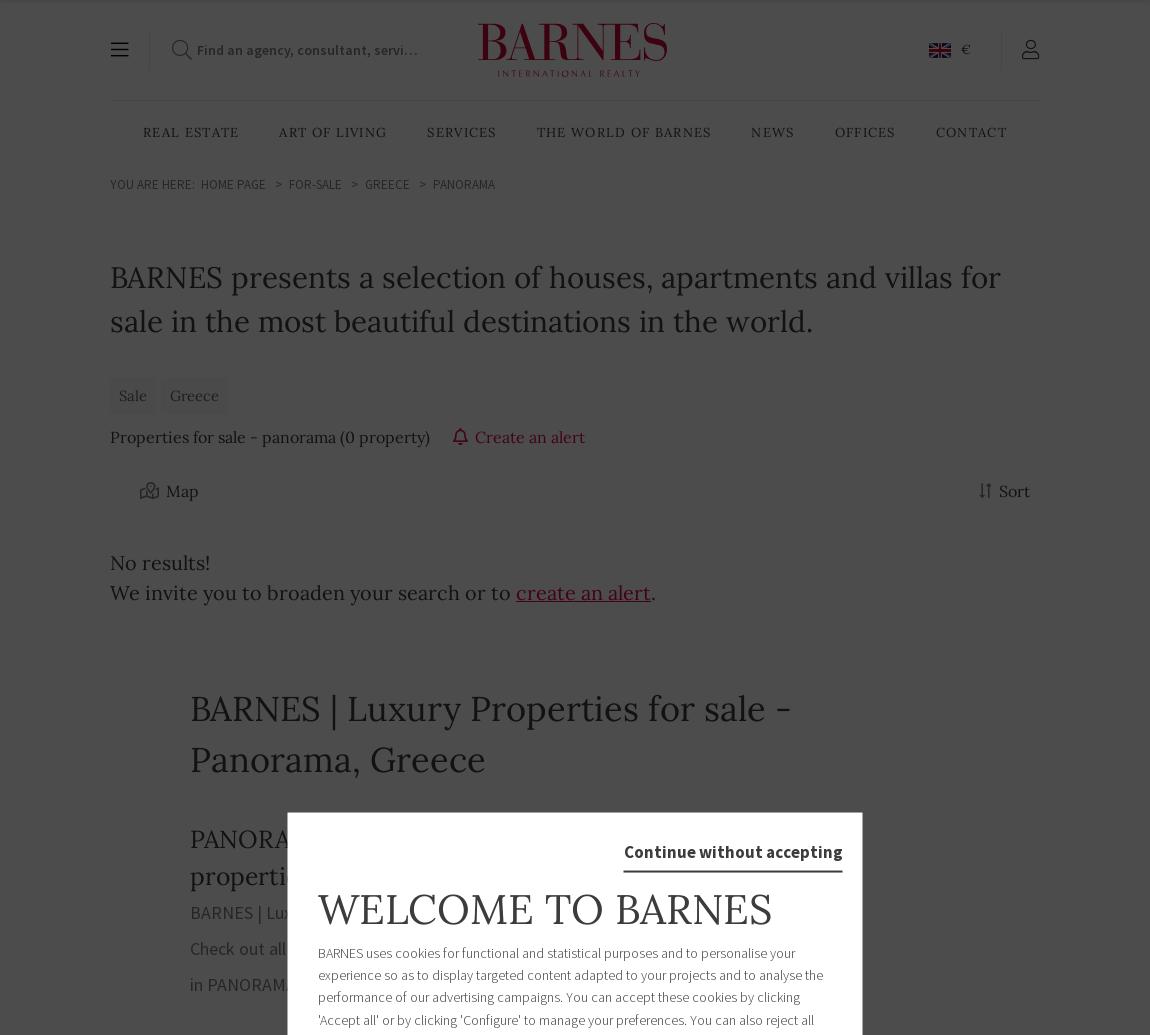 This screenshot has width=1150, height=1035. I want to click on 'Life annuities', so click(364, 318).